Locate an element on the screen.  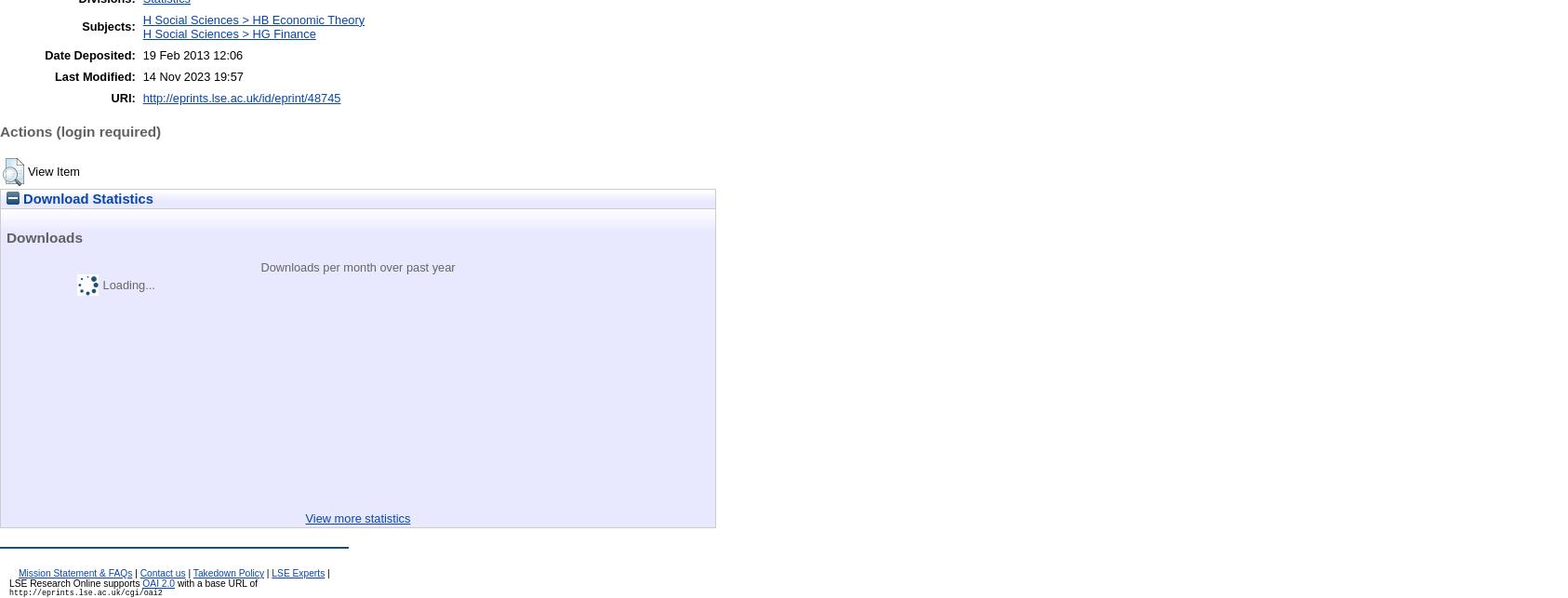
'LSE Experts' is located at coordinates (297, 571).